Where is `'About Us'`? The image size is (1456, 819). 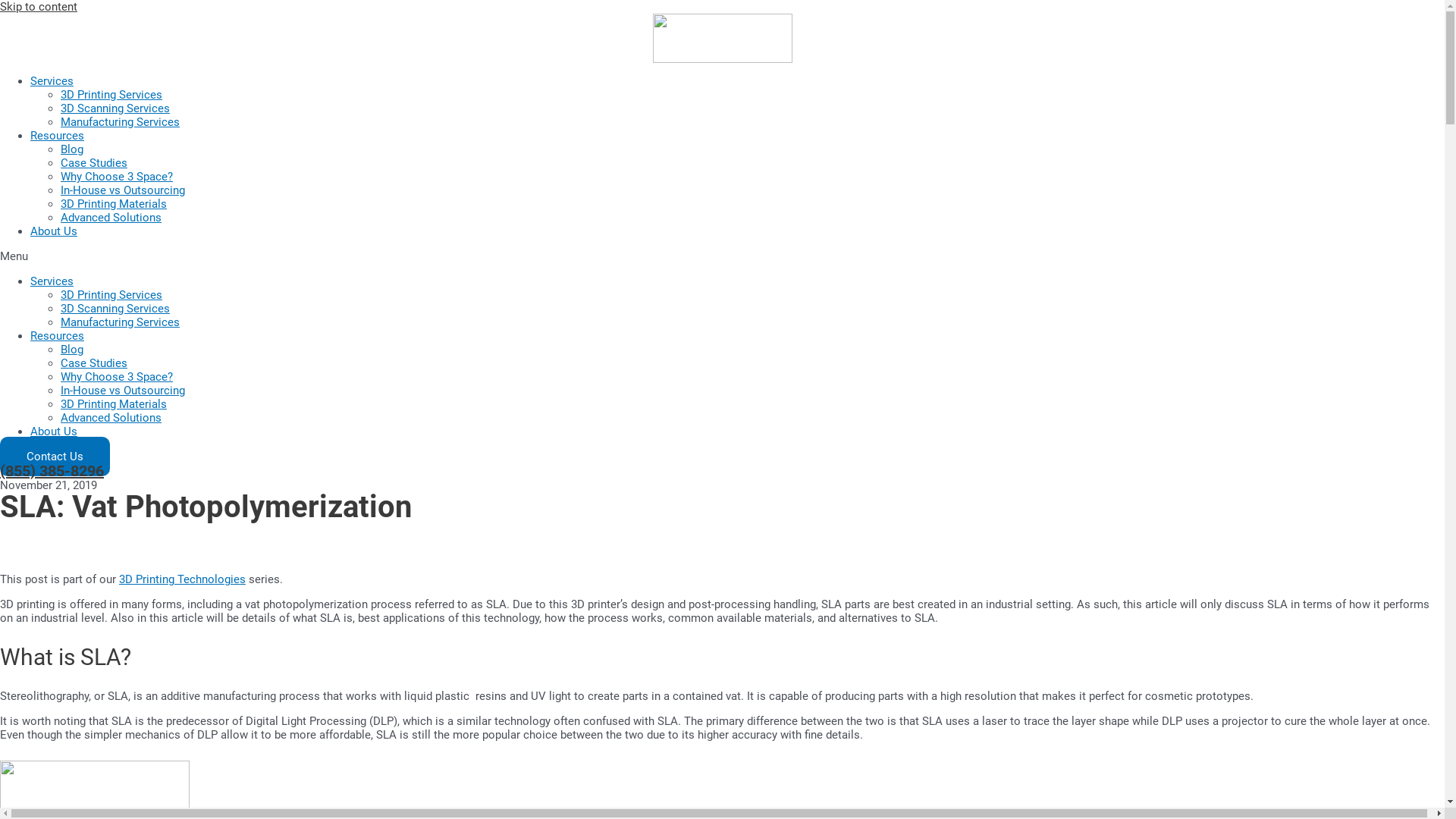
'About Us' is located at coordinates (54, 231).